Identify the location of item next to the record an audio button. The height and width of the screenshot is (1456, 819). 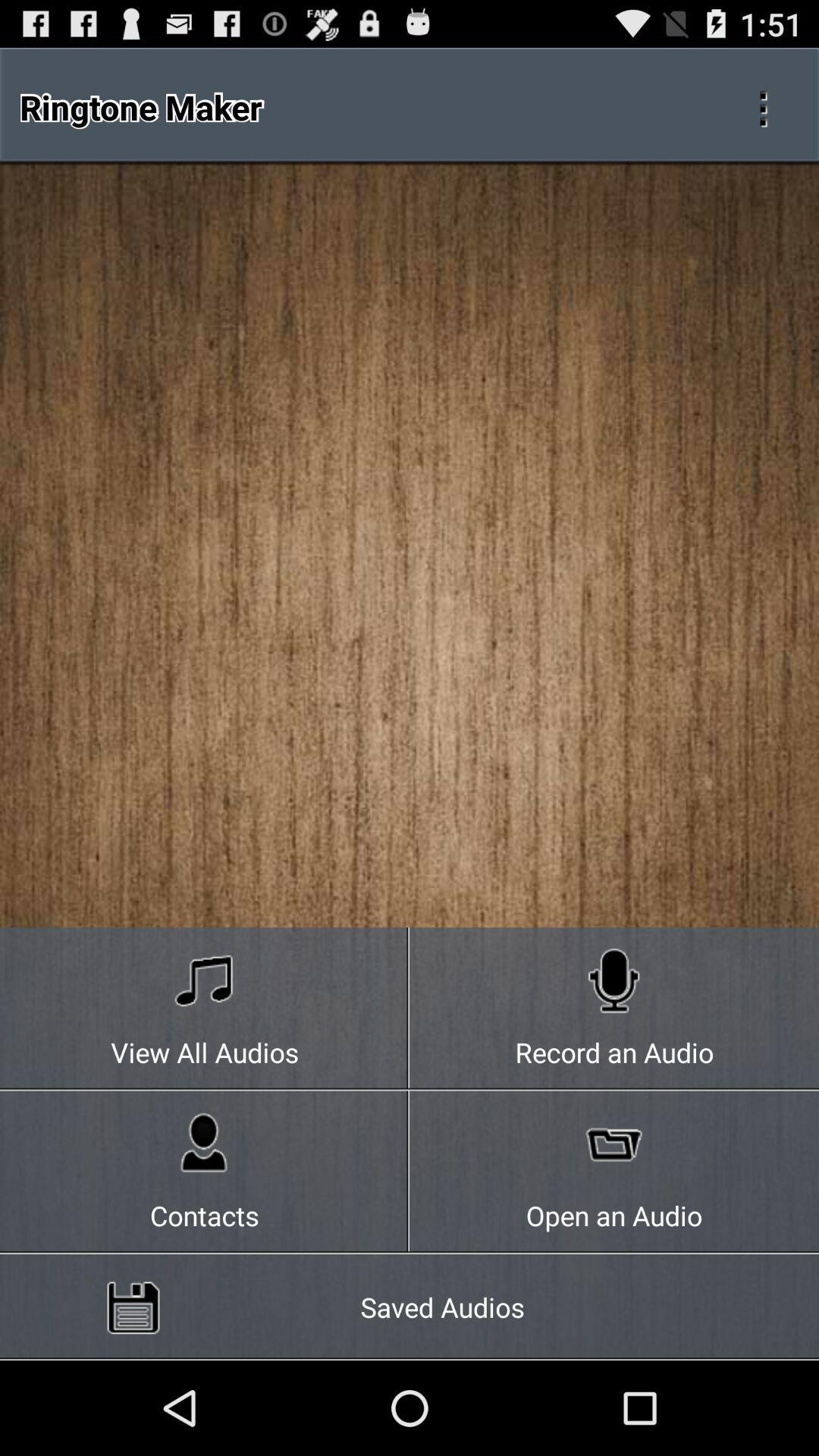
(205, 1172).